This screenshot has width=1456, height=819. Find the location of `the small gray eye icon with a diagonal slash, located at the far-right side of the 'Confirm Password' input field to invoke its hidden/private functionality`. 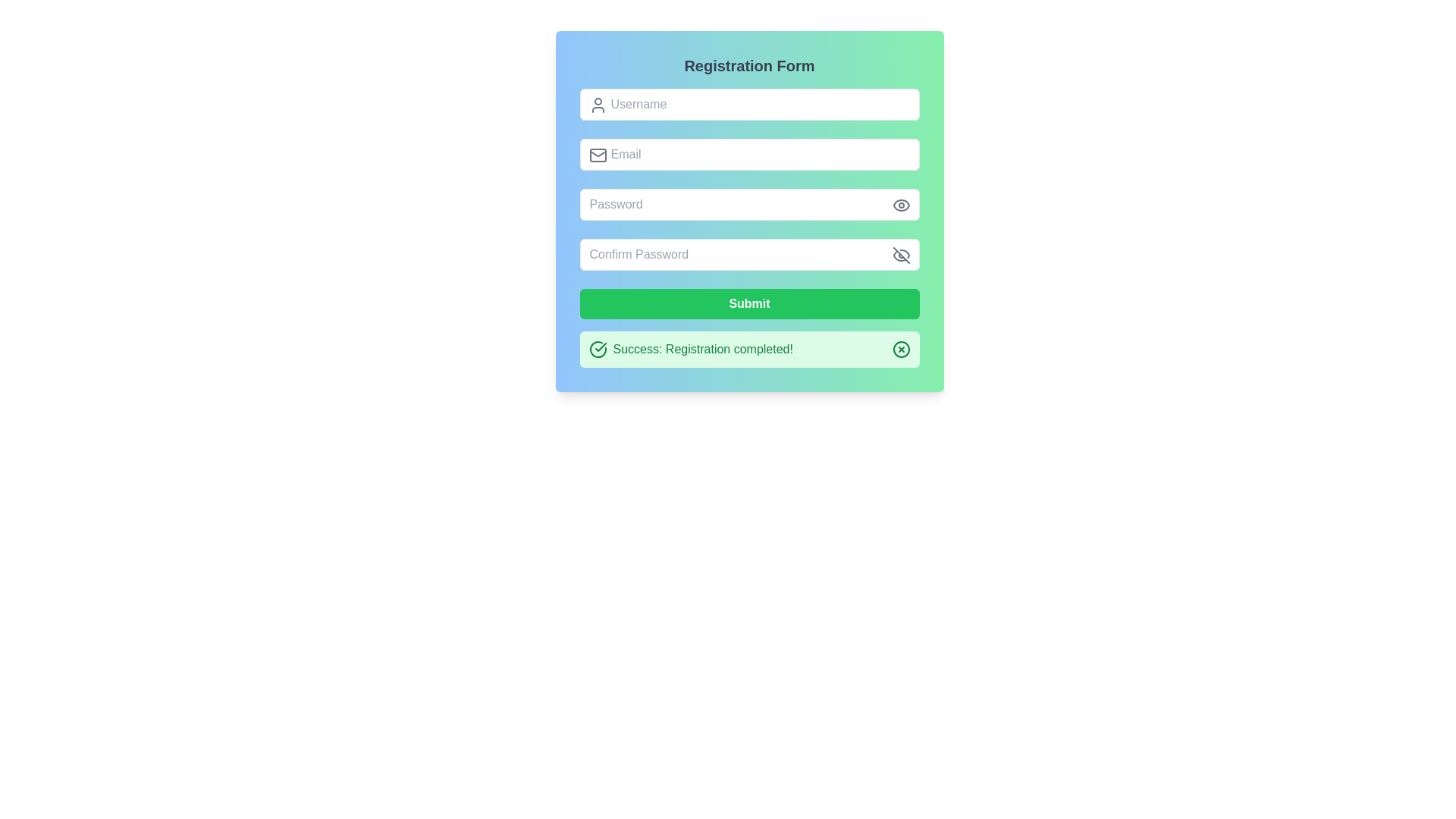

the small gray eye icon with a diagonal slash, located at the far-right side of the 'Confirm Password' input field to invoke its hidden/private functionality is located at coordinates (901, 254).